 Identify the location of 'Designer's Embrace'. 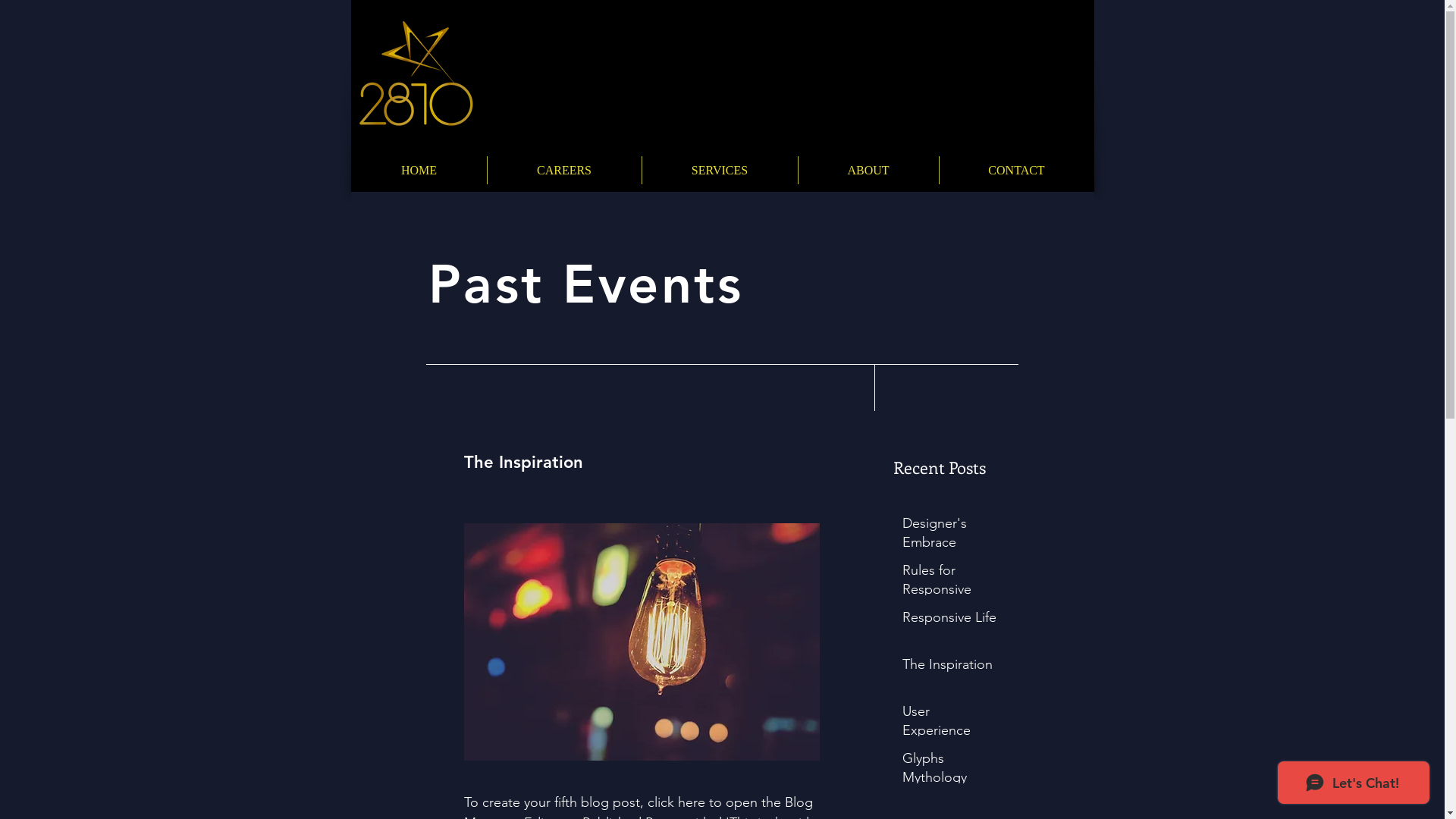
(949, 535).